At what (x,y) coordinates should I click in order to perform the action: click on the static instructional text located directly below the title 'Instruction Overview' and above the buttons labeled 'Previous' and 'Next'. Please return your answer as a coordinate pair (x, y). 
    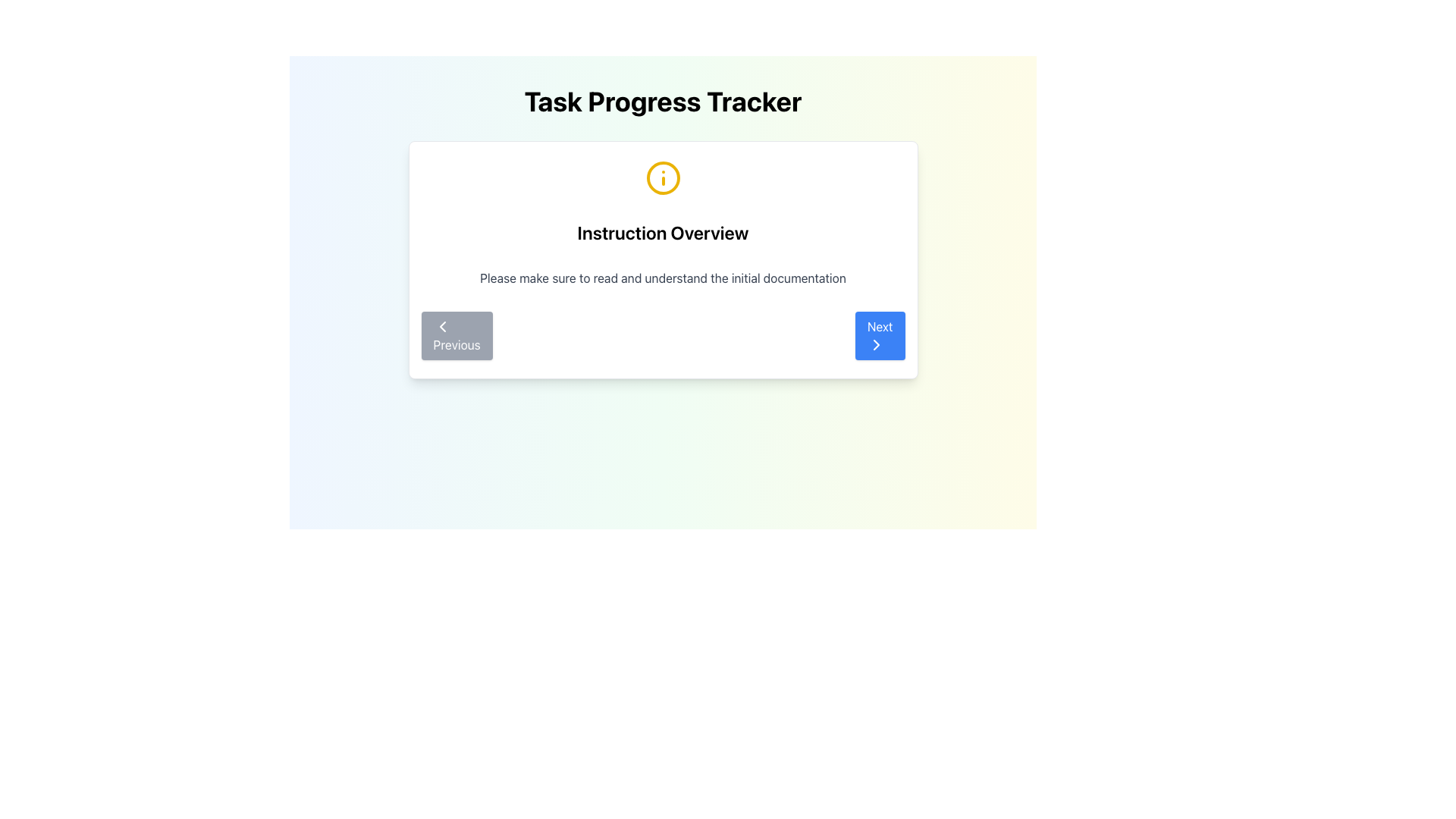
    Looking at the image, I should click on (663, 278).